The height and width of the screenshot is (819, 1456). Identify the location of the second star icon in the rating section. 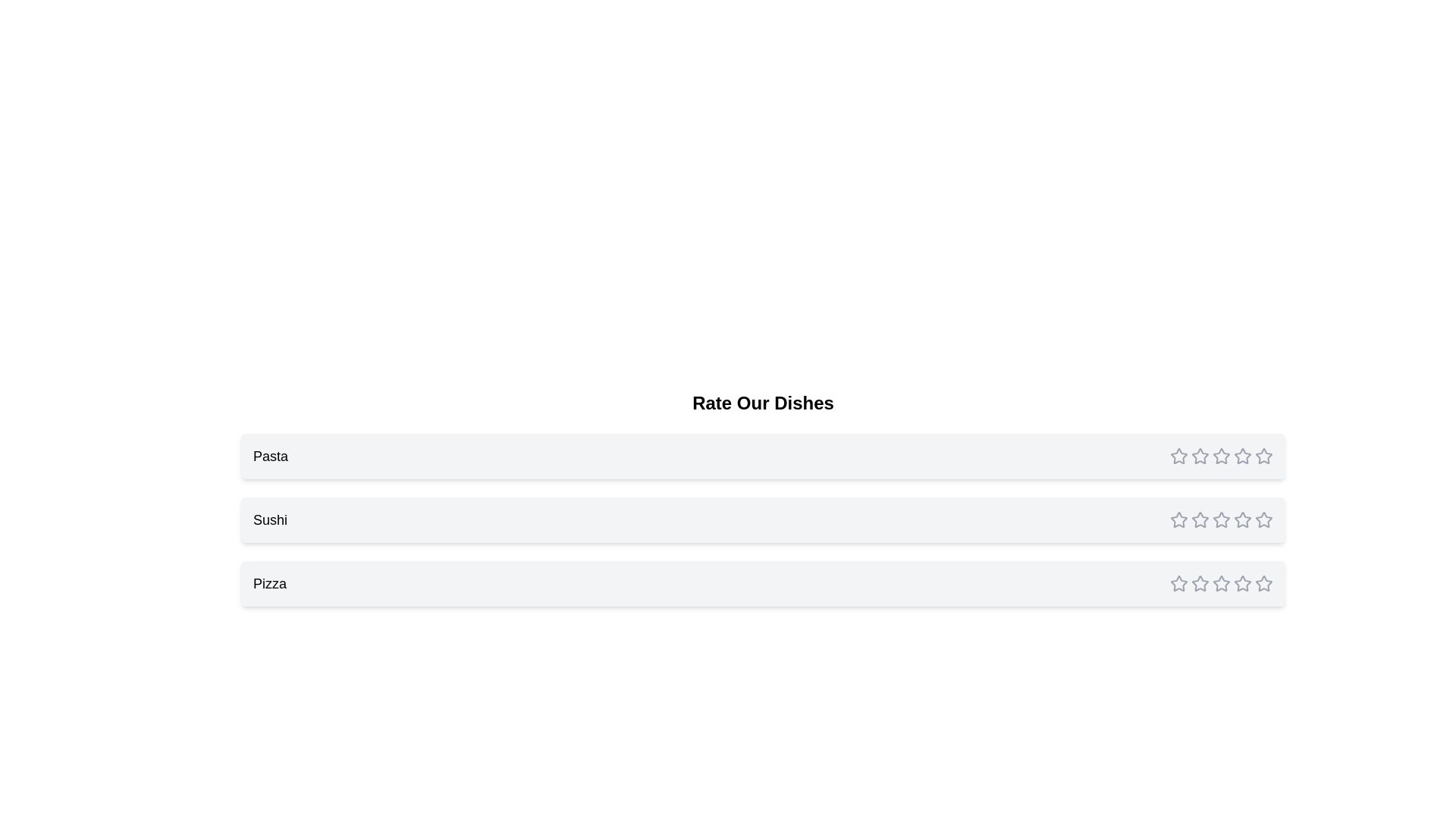
(1200, 519).